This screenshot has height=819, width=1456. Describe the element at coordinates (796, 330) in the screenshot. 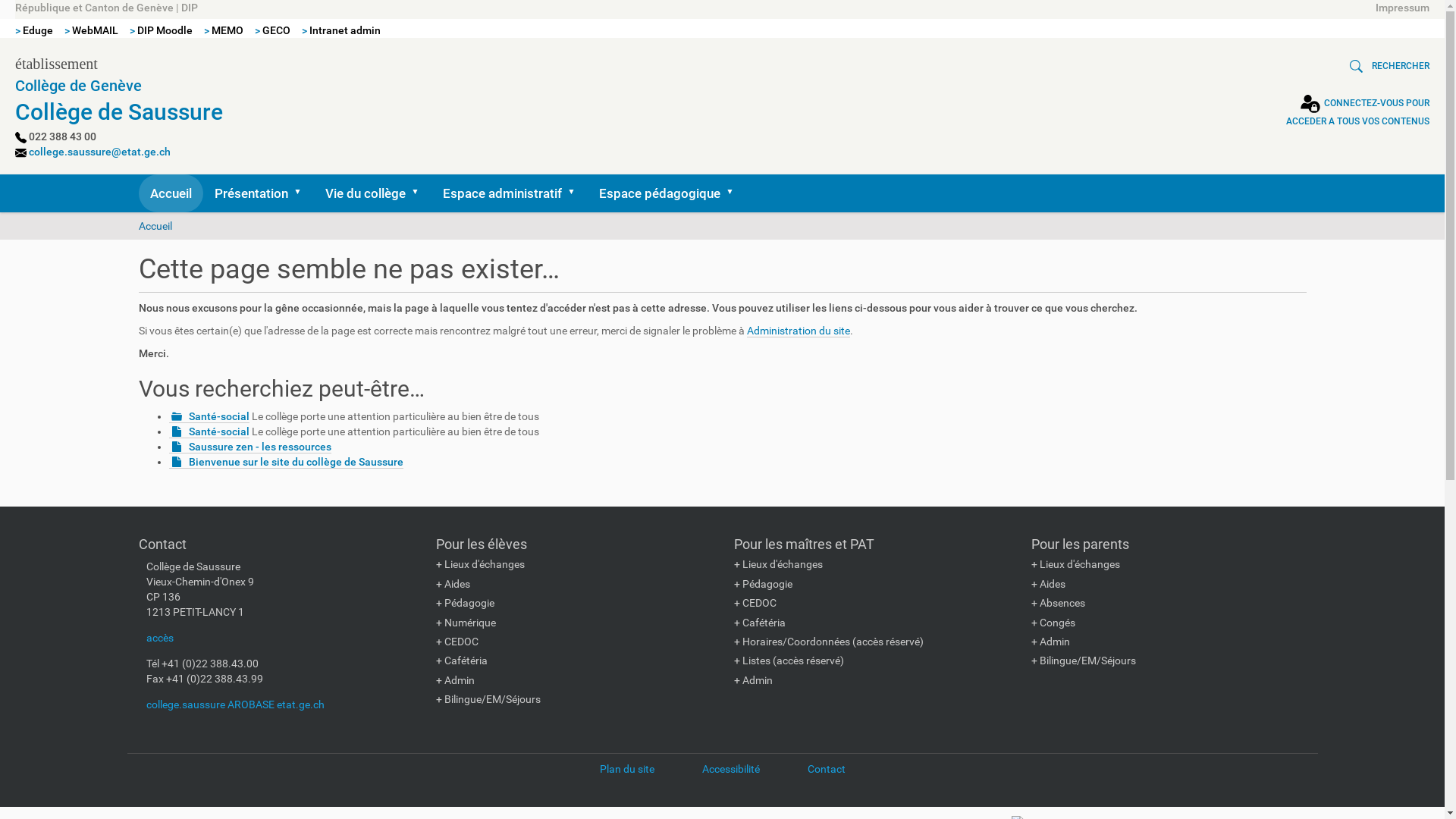

I see `'Administration du site'` at that location.